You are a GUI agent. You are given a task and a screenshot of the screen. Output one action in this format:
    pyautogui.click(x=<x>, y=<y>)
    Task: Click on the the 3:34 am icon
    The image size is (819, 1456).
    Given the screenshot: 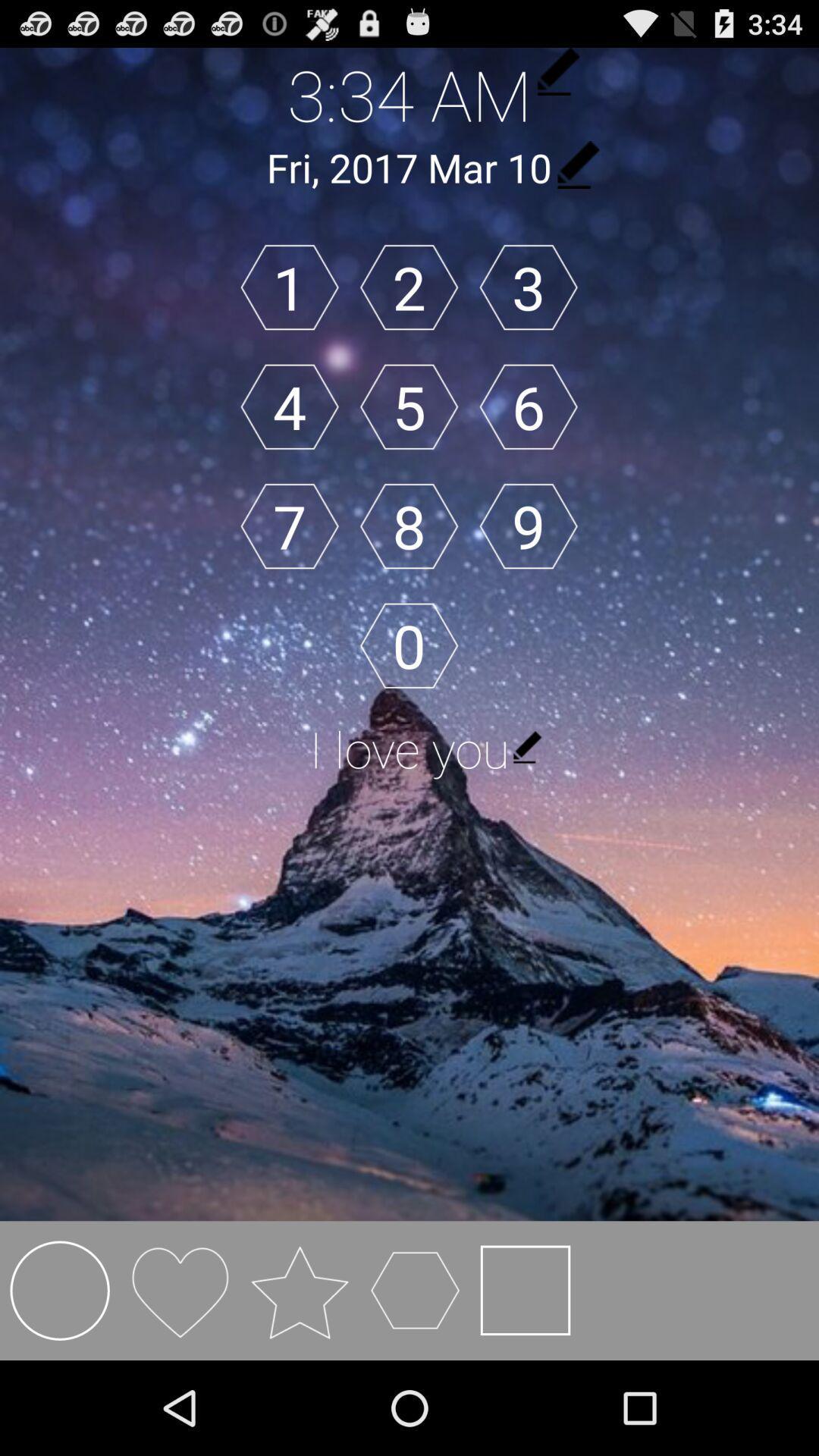 What is the action you would take?
    pyautogui.click(x=409, y=93)
    